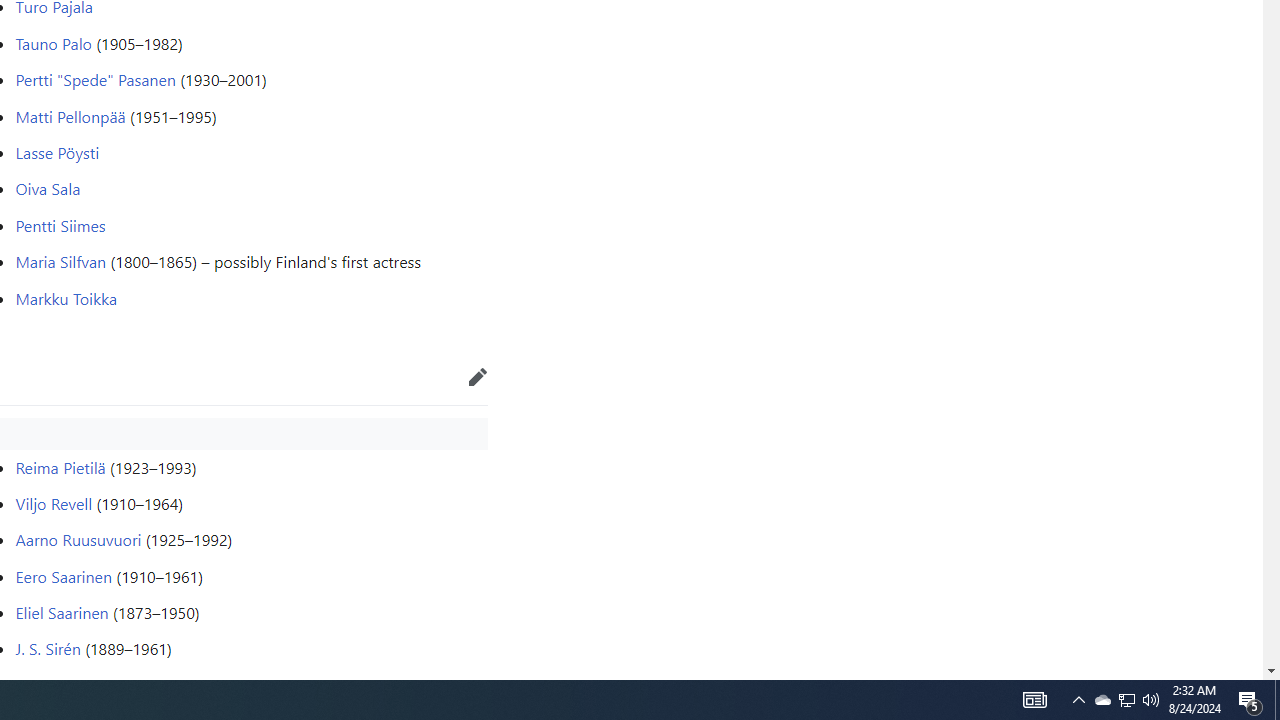 Image resolution: width=1280 pixels, height=720 pixels. What do you see at coordinates (477, 376) in the screenshot?
I see `'edit'` at bounding box center [477, 376].